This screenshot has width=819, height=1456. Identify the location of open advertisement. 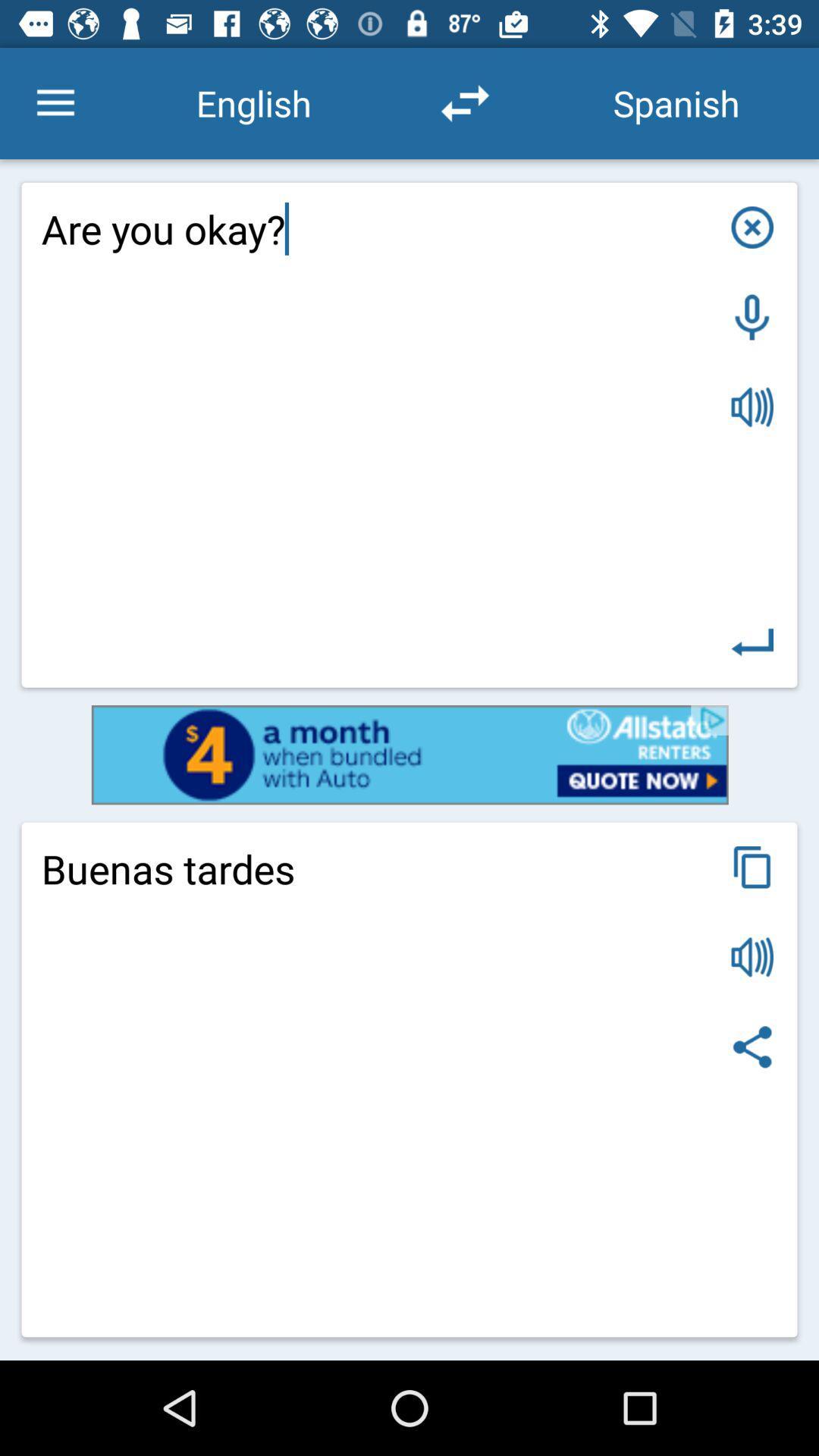
(409, 755).